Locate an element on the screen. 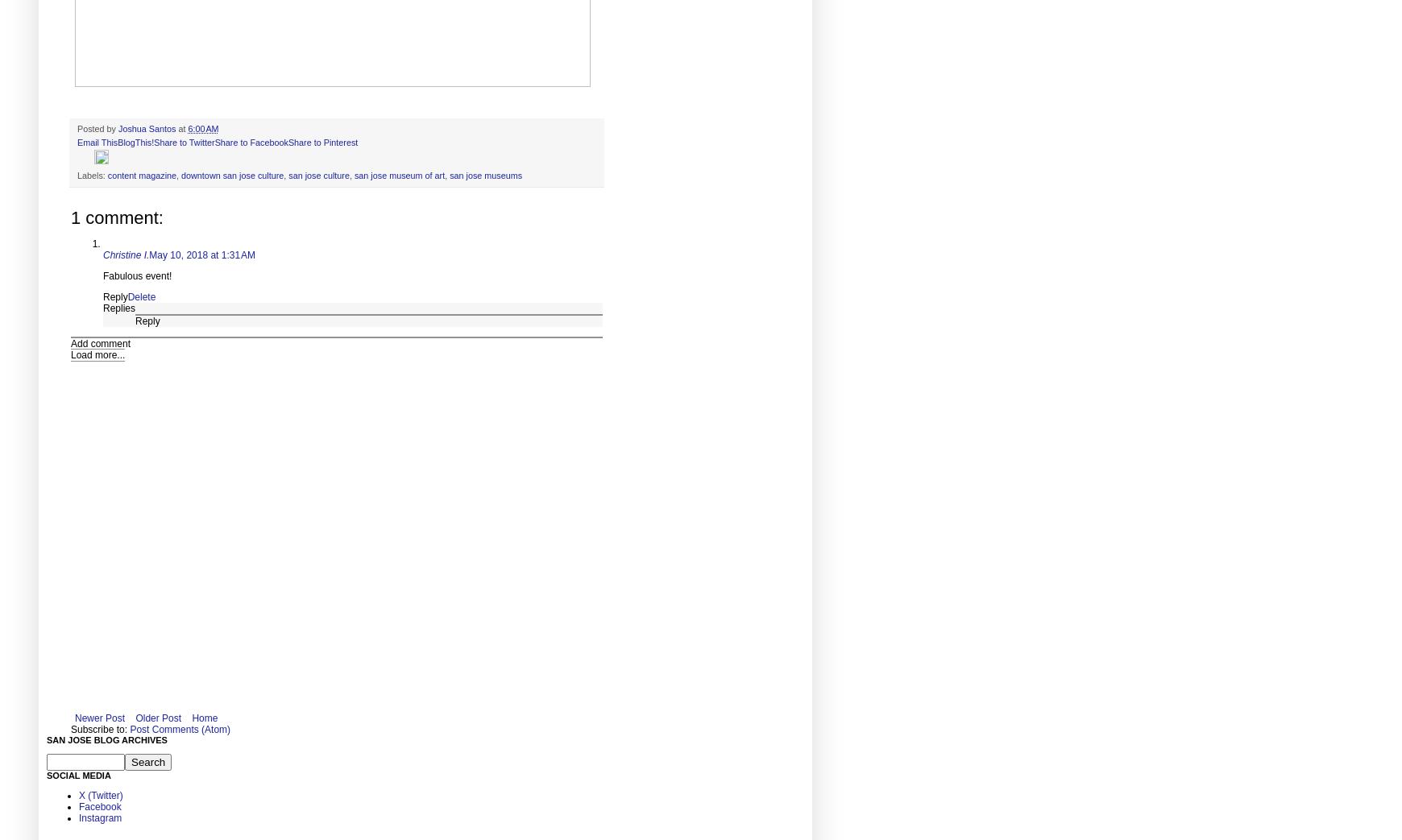  'Replies' is located at coordinates (118, 308).